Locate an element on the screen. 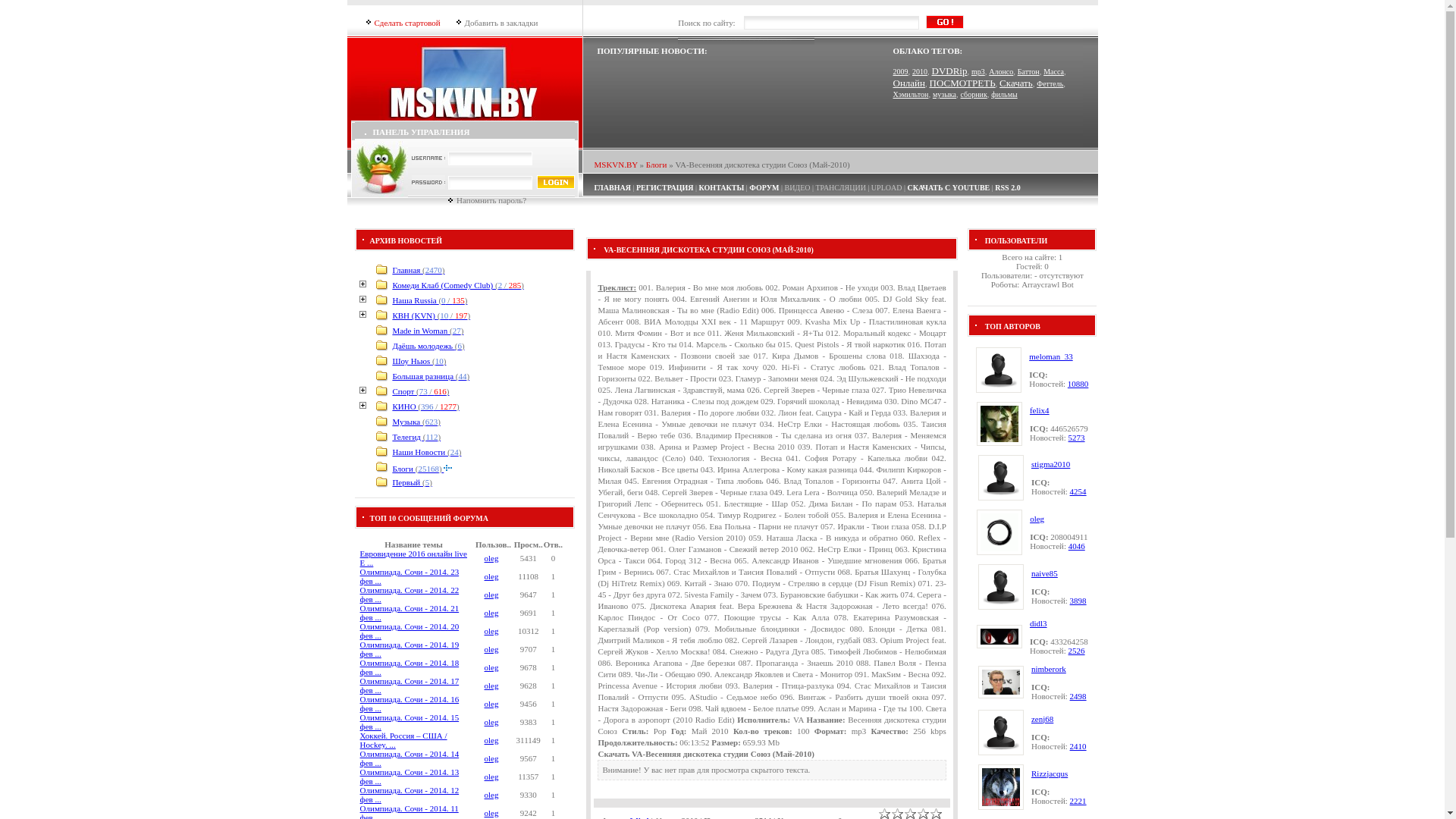 Image resolution: width=1456 pixels, height=819 pixels. '2526' is located at coordinates (1076, 649).